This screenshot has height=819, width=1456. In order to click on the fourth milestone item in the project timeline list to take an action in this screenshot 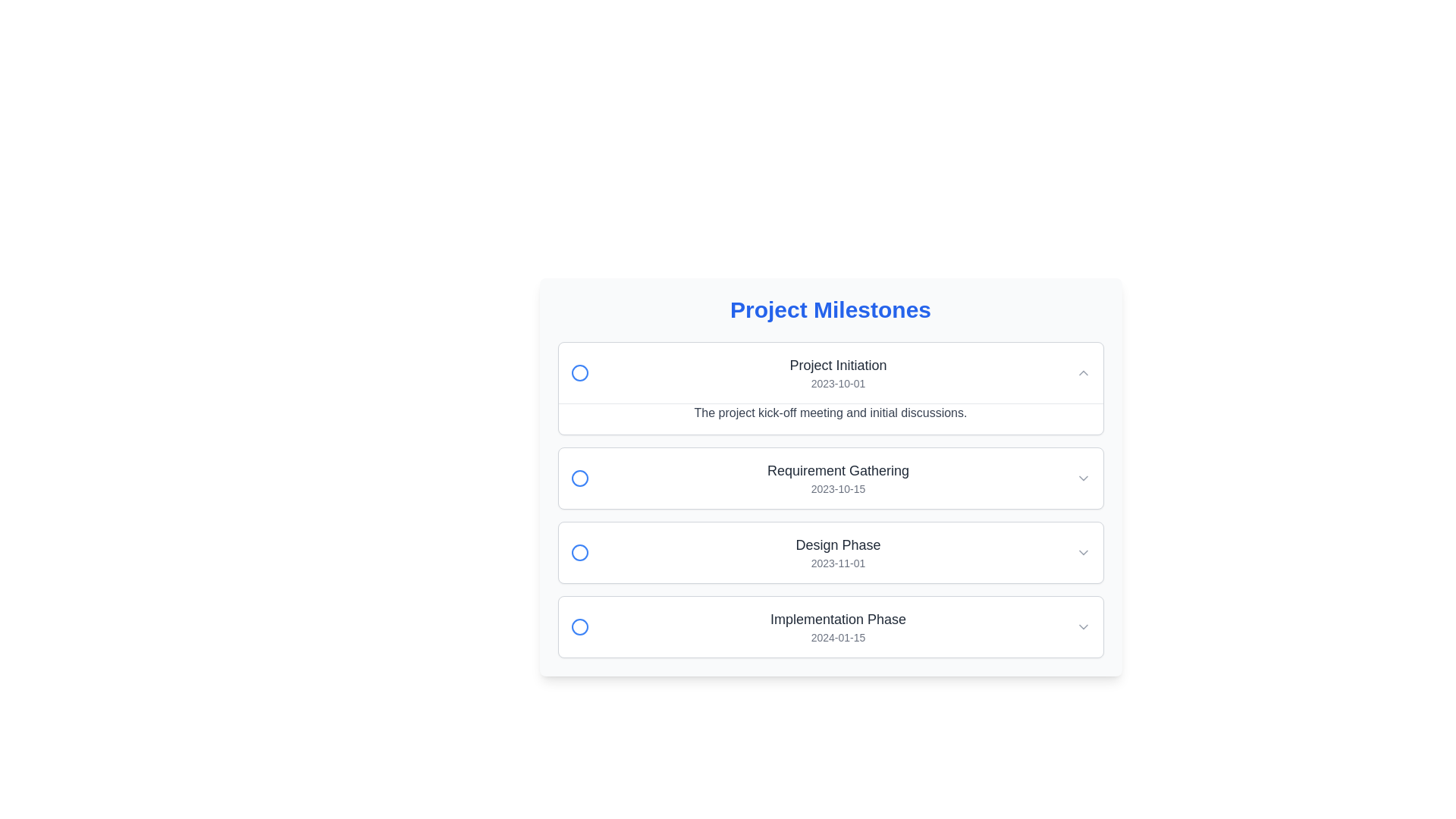, I will do `click(830, 626)`.